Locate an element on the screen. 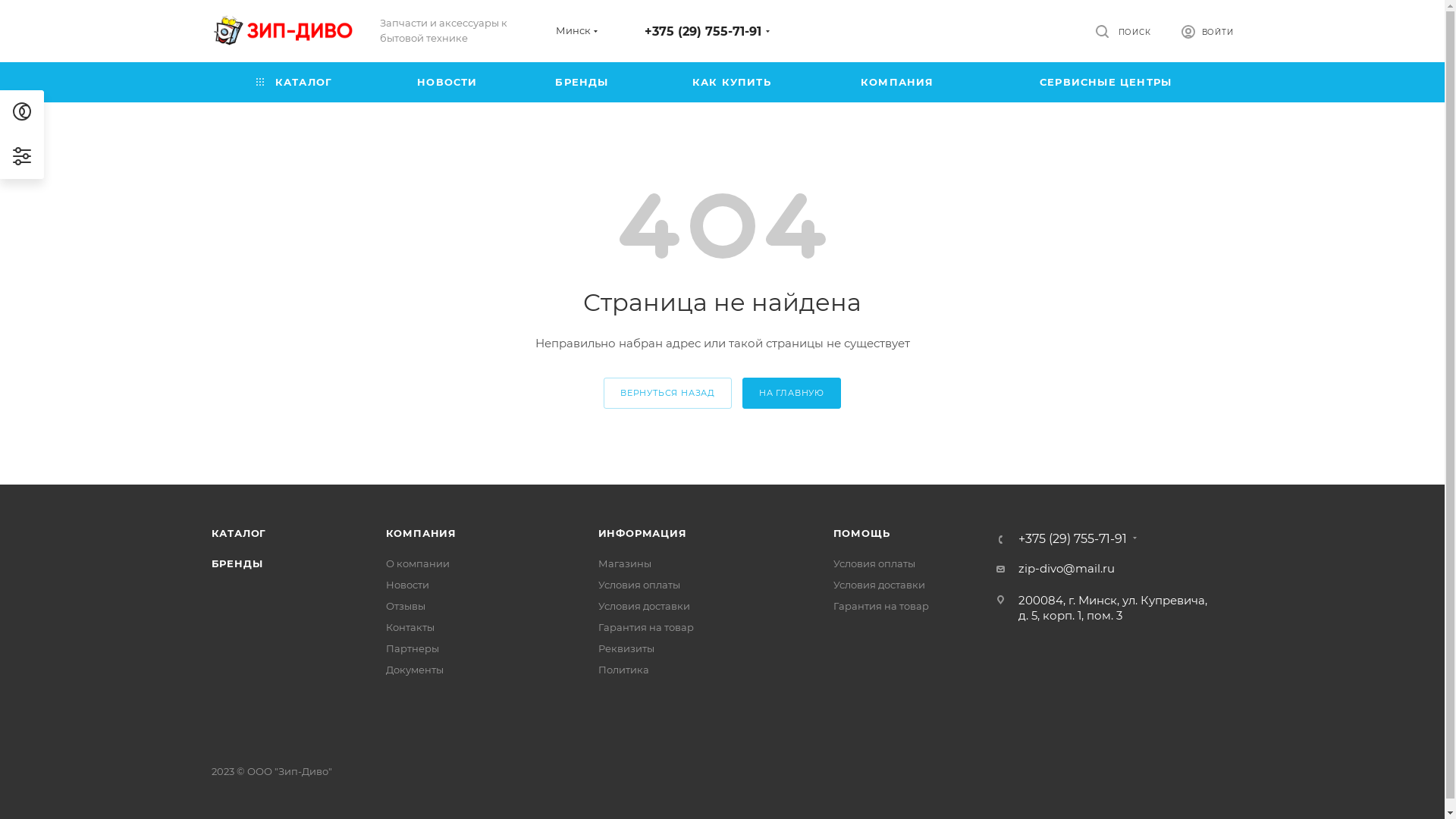 The width and height of the screenshot is (1456, 819). '+375 (29) 755-71-91' is located at coordinates (1071, 538).